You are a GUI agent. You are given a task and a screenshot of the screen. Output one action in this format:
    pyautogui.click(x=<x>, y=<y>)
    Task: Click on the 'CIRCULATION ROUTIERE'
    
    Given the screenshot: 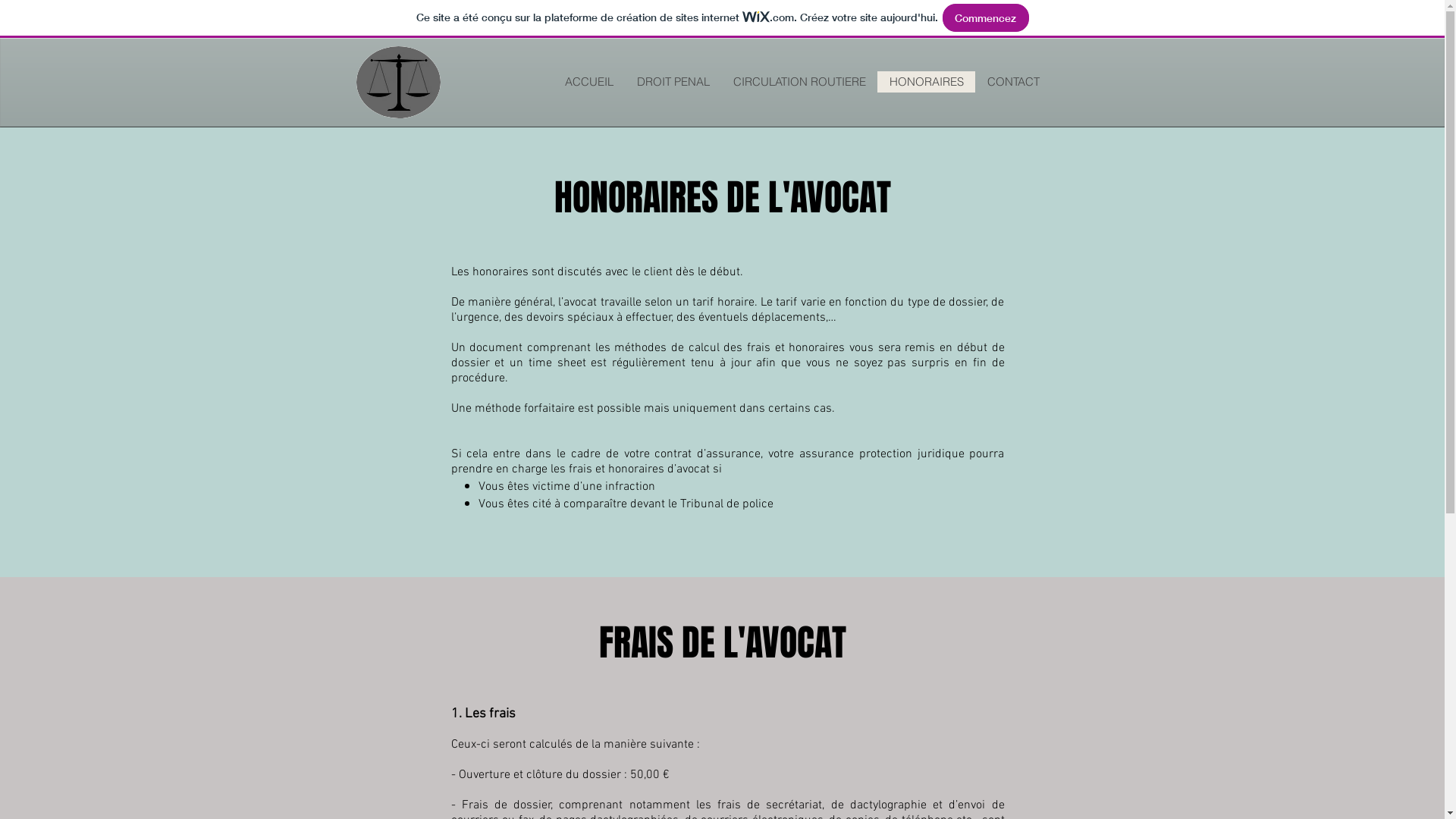 What is the action you would take?
    pyautogui.click(x=720, y=82)
    